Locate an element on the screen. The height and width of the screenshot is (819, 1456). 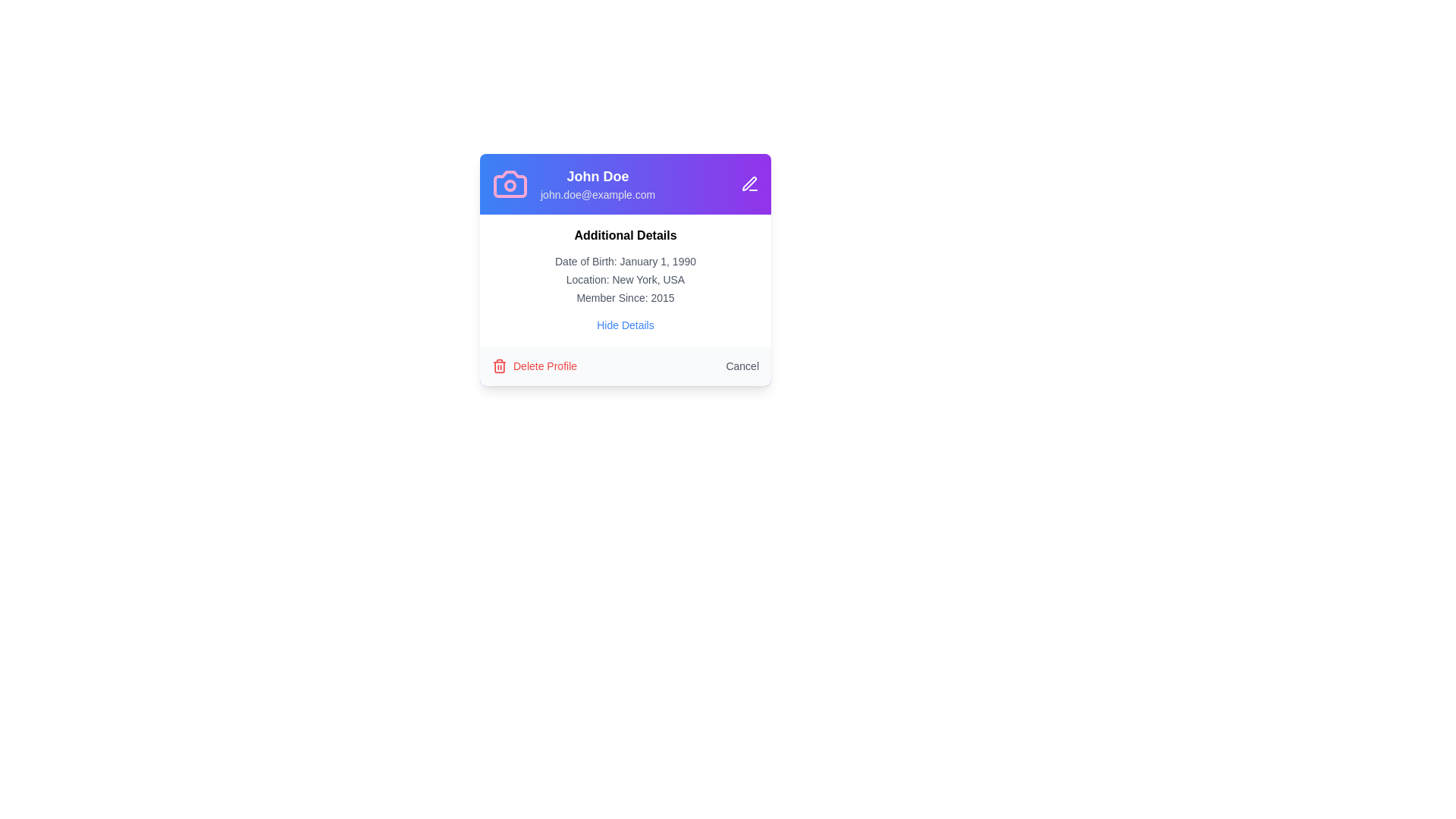
profile information displayed in the Profile Header section, which includes the name 'John Doe' and the email 'john.doe@example.com' is located at coordinates (626, 184).